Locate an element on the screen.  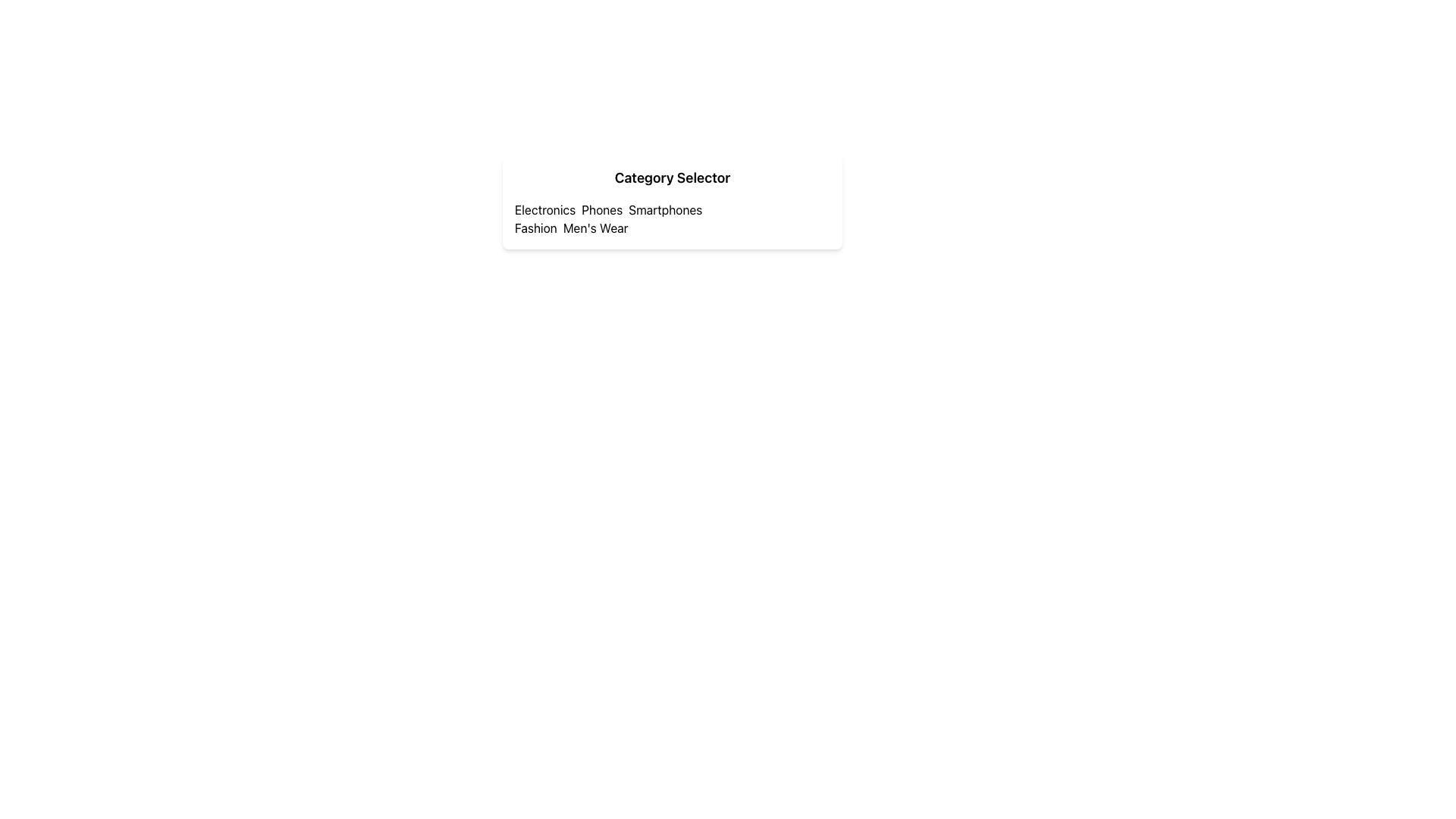
the 'Smartphones' text label, which is styled in a simple, sans-serif font and is part of the hierarchical navigation under 'Category Selector', if it is a hyperlink is located at coordinates (665, 210).